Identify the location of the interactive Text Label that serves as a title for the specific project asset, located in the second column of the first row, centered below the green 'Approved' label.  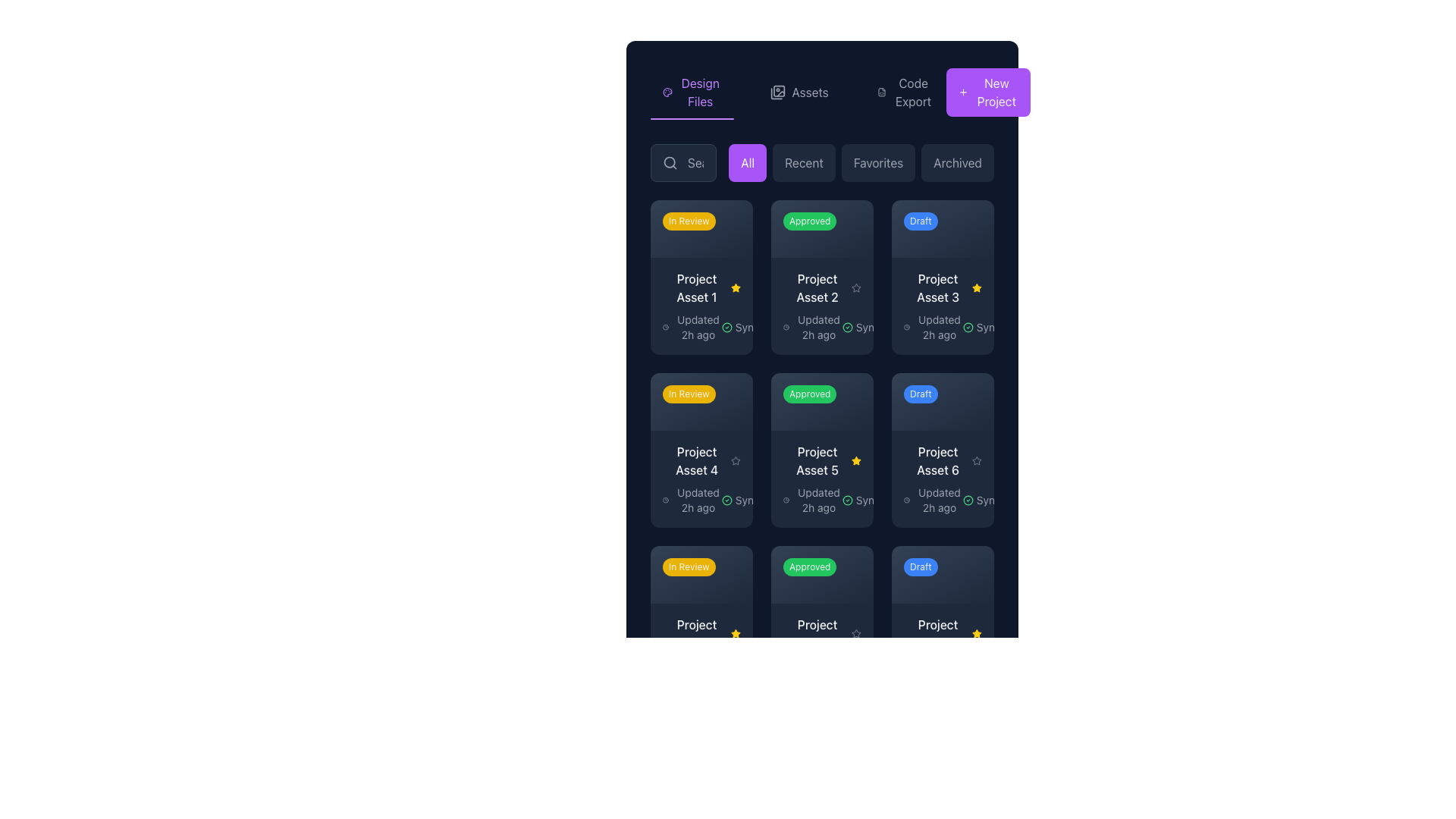
(817, 287).